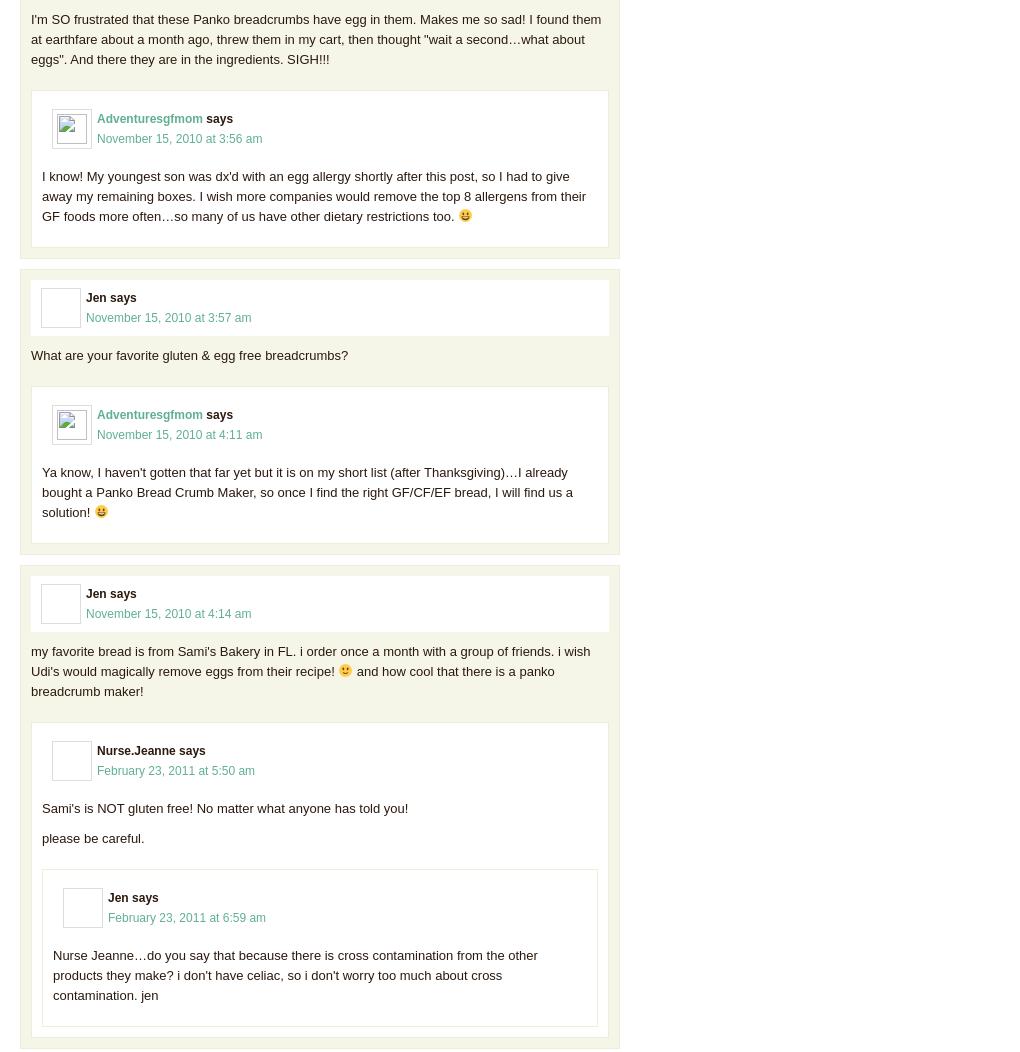 This screenshot has width=1020, height=1052. What do you see at coordinates (168, 315) in the screenshot?
I see `'November 15, 2010 at 3:57 am'` at bounding box center [168, 315].